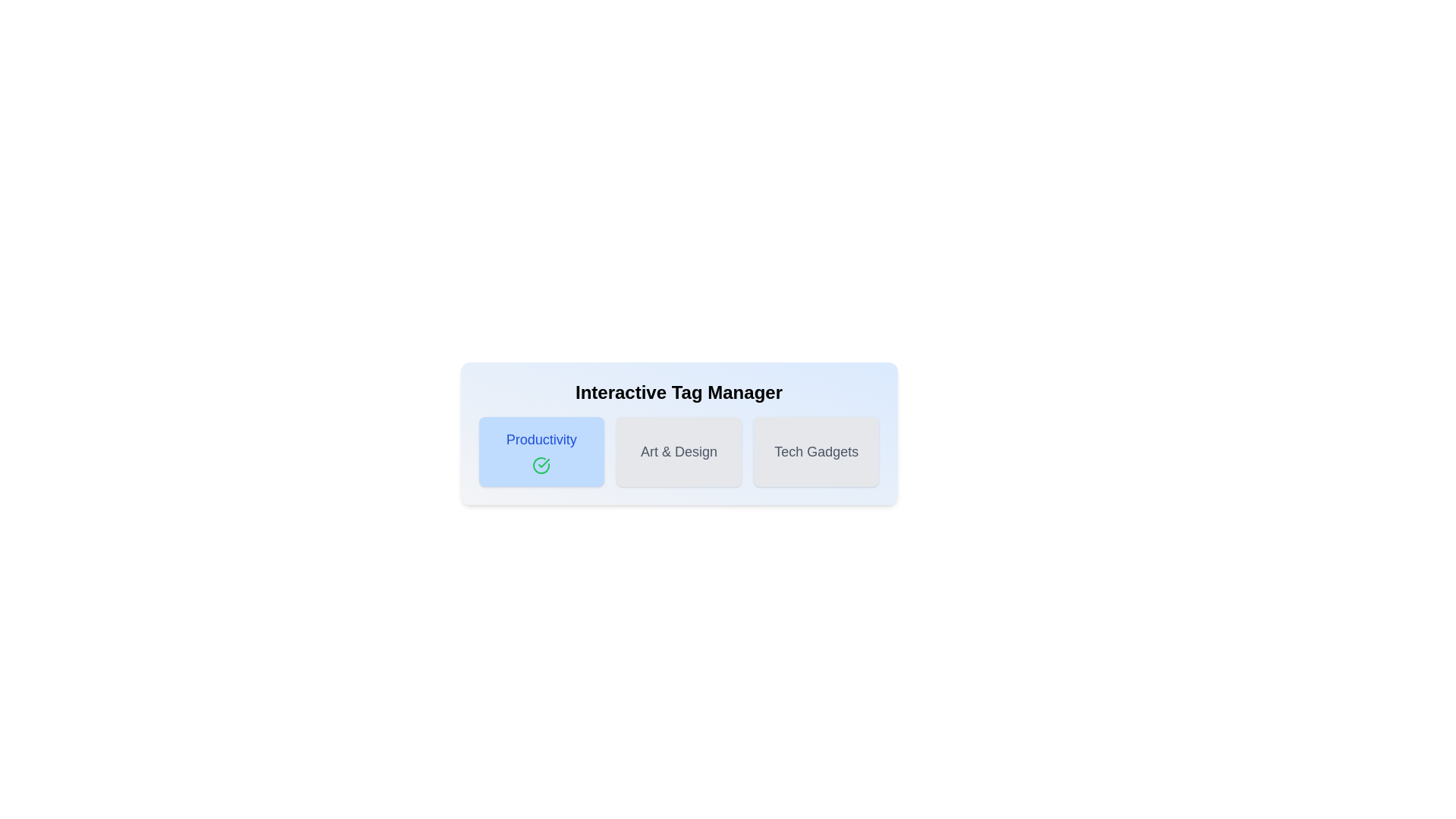  Describe the element at coordinates (541, 451) in the screenshot. I see `the button labeled 'Productivity' to observe its hover effect` at that location.